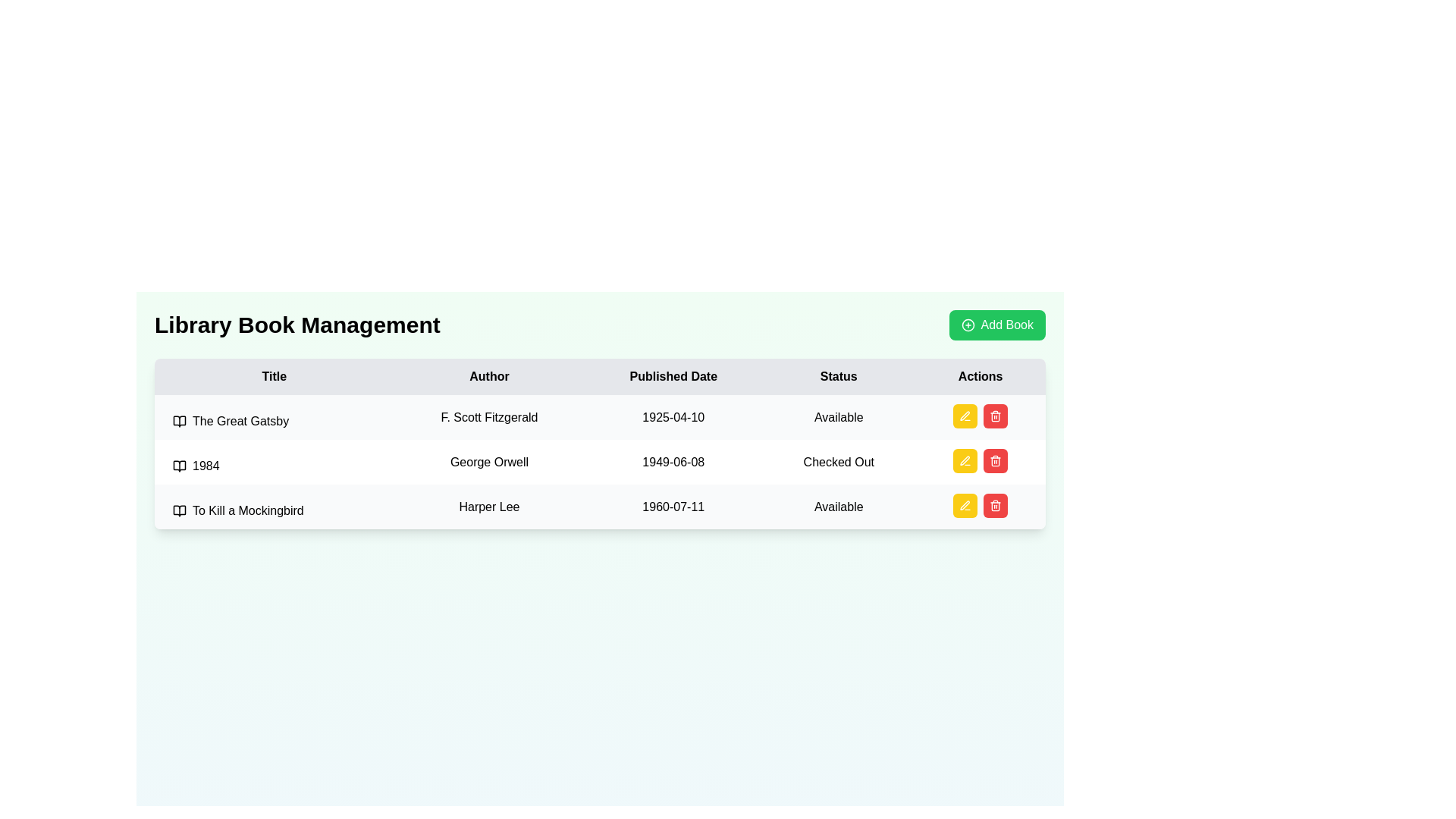 The height and width of the screenshot is (819, 1456). What do you see at coordinates (673, 461) in the screenshot?
I see `the text displaying '1949-06-08' in the third column of the second row of a table, corresponding to 'Published Date' for '1984' by 'George Orwell'` at bounding box center [673, 461].